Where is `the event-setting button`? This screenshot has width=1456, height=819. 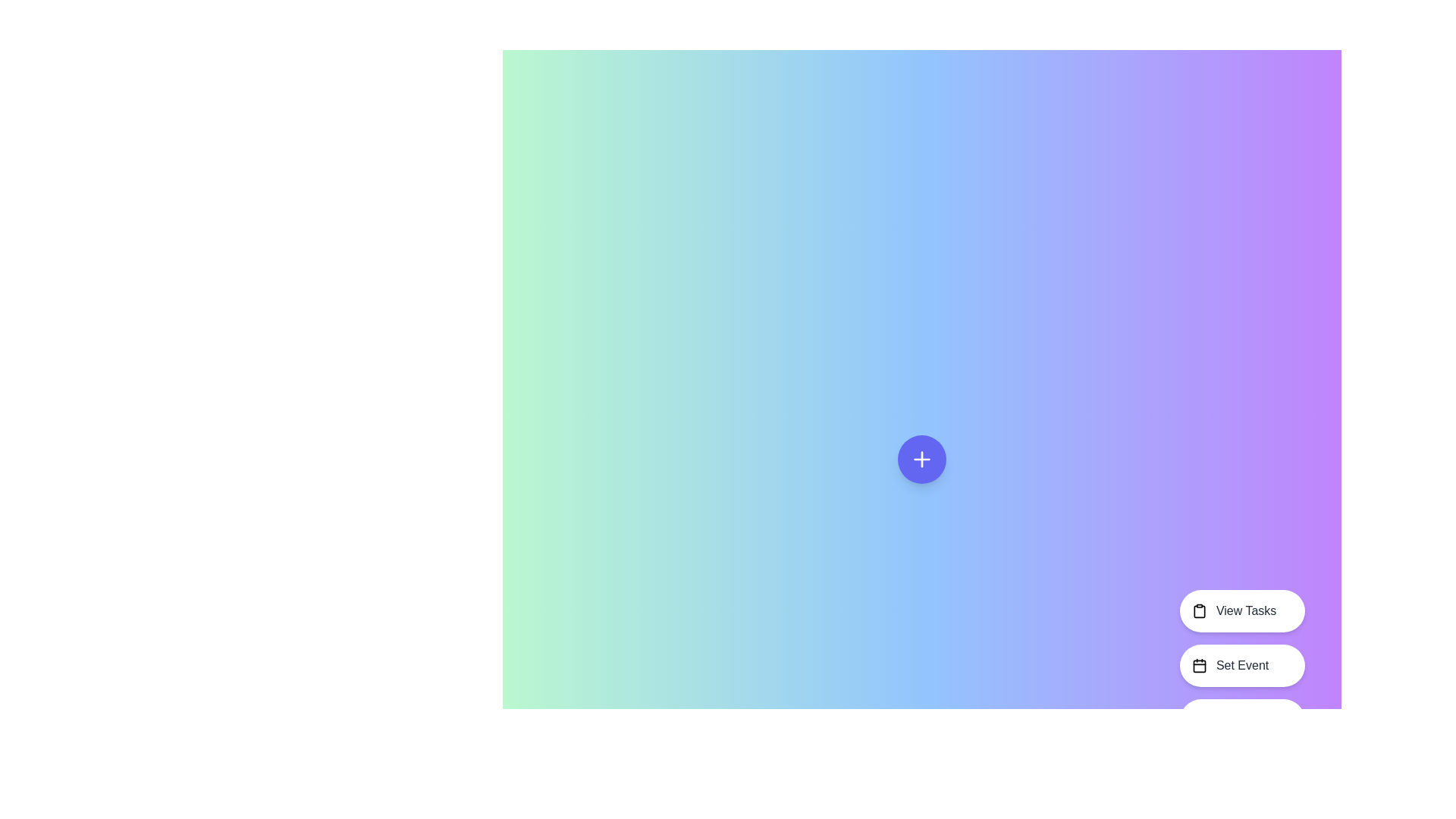 the event-setting button is located at coordinates (1242, 665).